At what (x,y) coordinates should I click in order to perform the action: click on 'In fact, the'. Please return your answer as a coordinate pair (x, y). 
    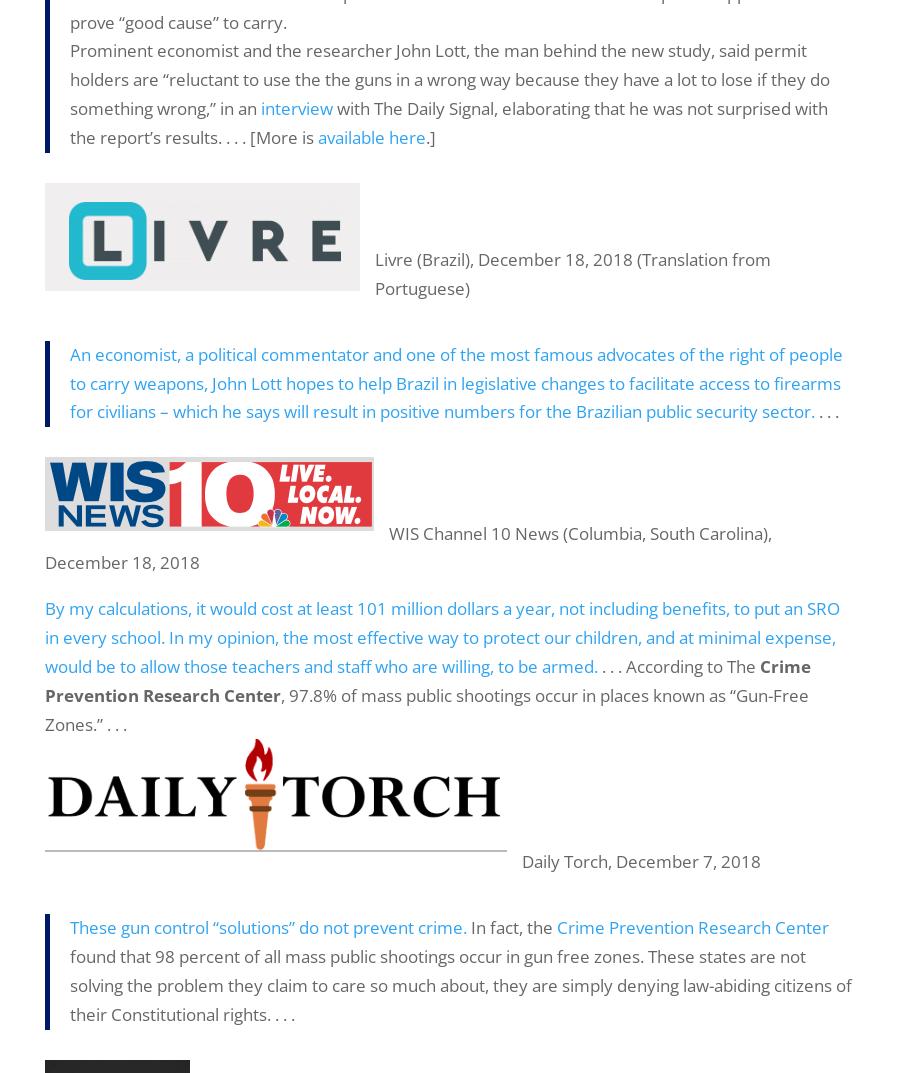
    Looking at the image, I should click on (511, 927).